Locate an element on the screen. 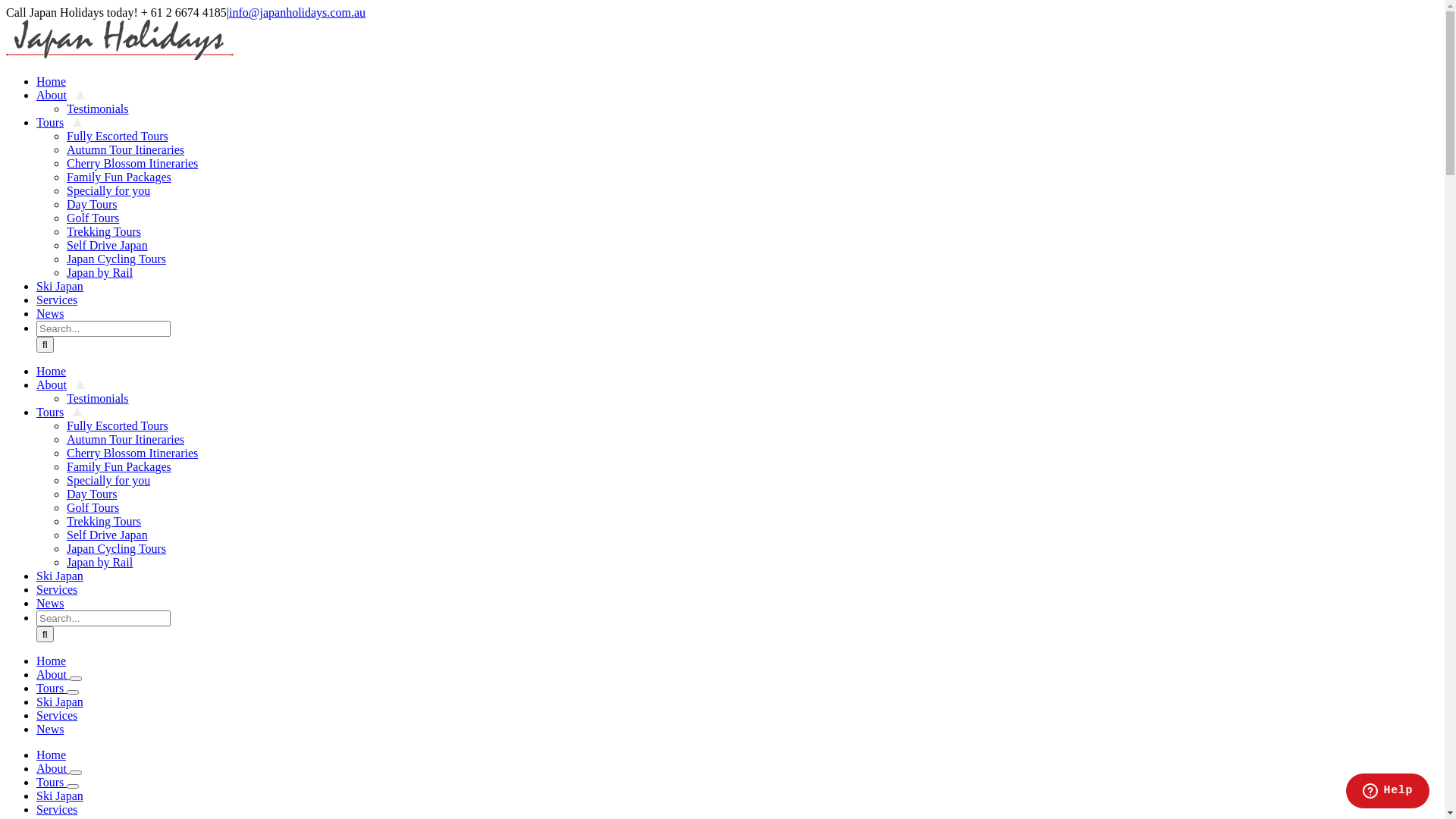 This screenshot has height=819, width=1456. 'Day Tours' is located at coordinates (65, 203).